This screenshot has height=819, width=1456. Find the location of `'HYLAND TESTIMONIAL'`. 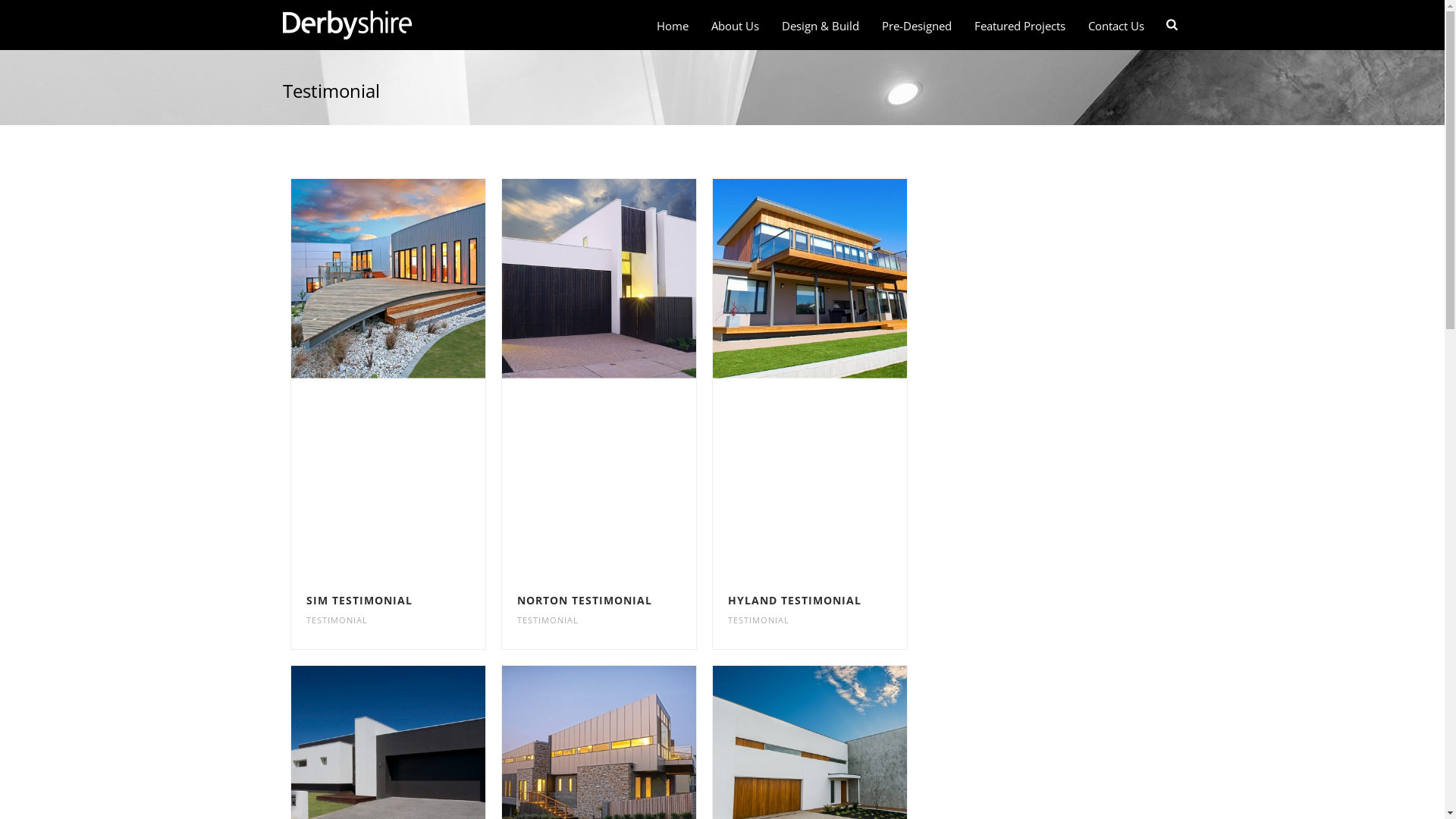

'HYLAND TESTIMONIAL' is located at coordinates (793, 599).